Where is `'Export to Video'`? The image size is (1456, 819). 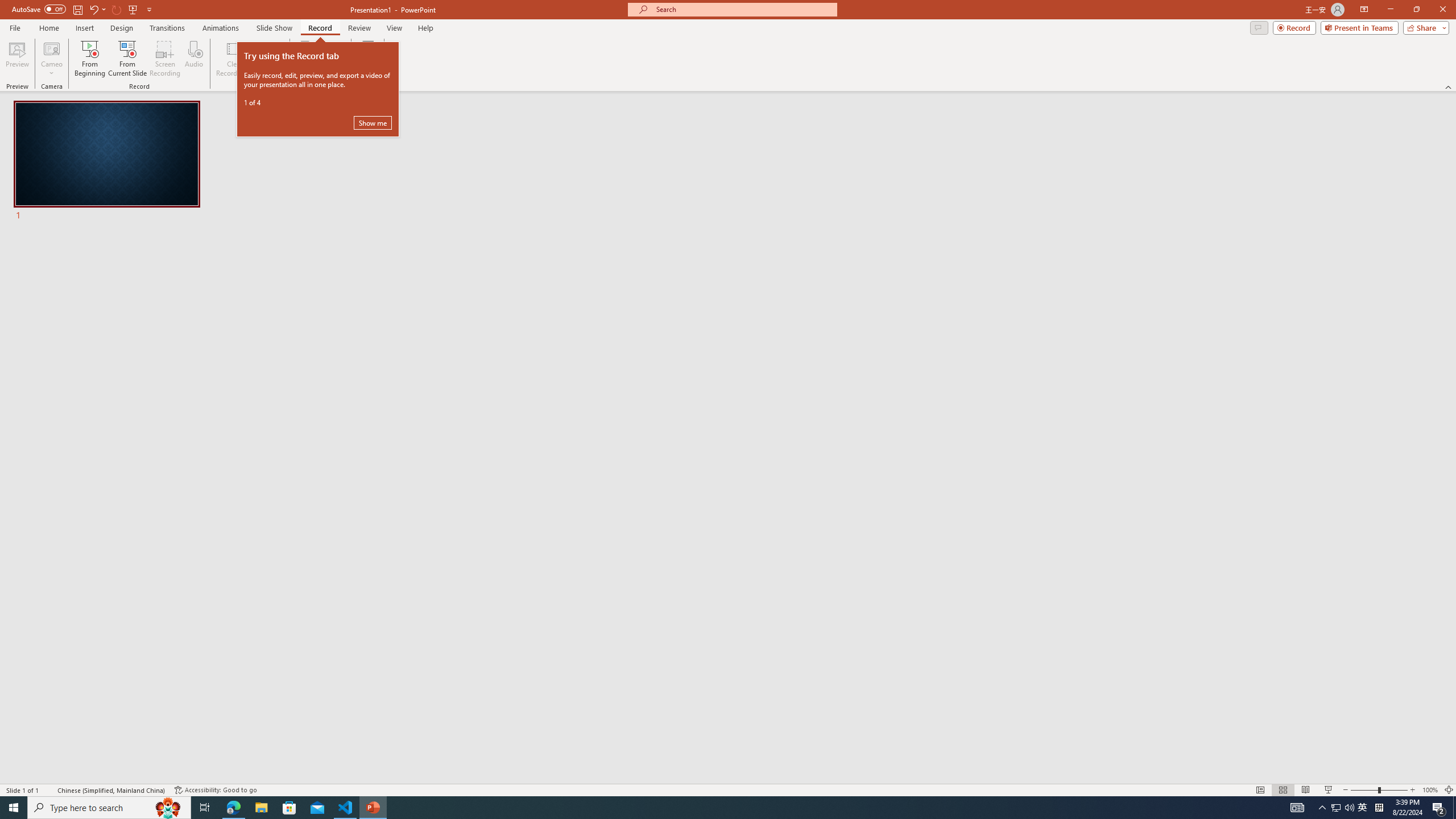
'Export to Video' is located at coordinates (332, 59).